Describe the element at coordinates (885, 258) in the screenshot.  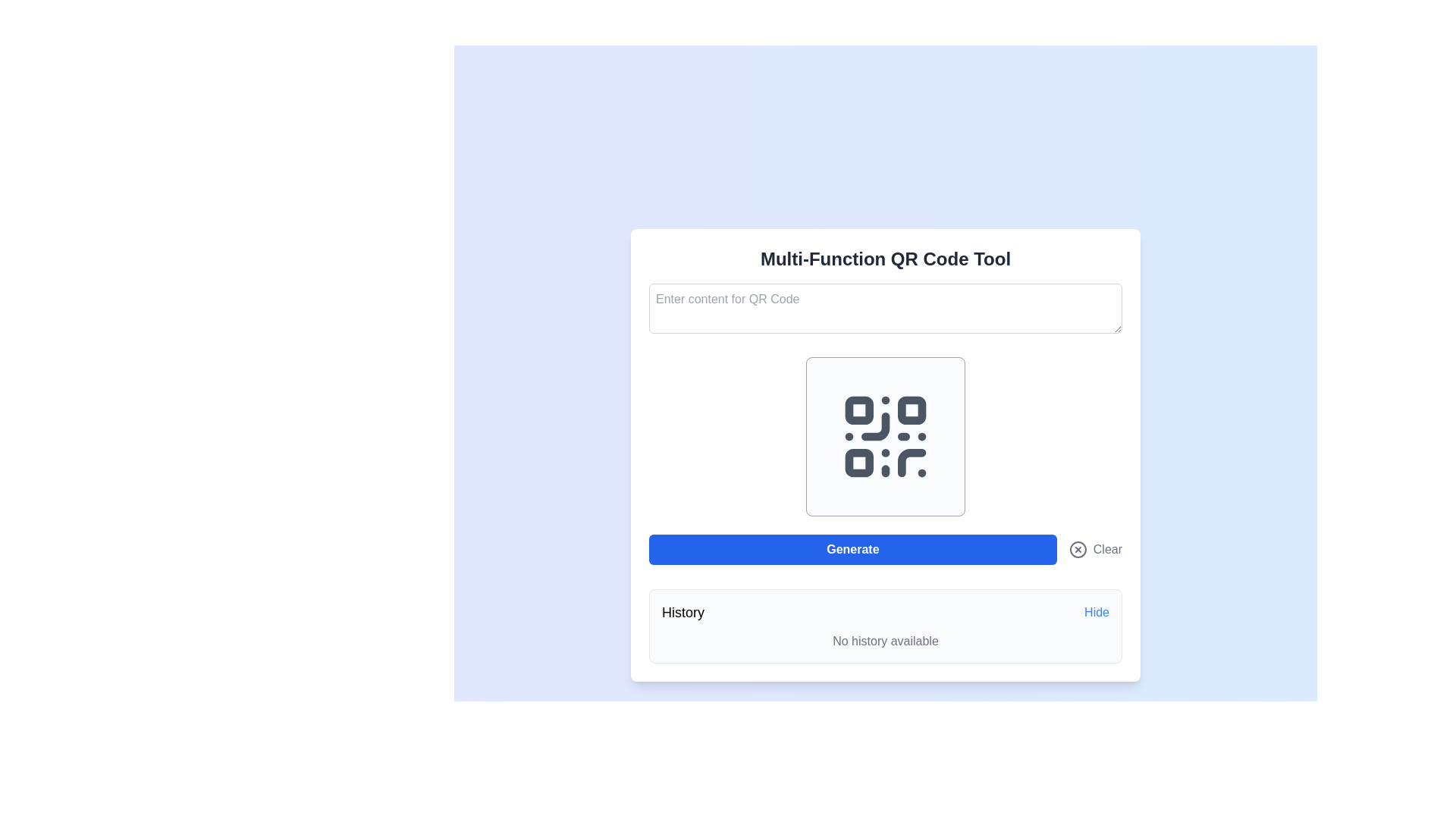
I see `text from the header label positioned at the top of the interface, which indicates the application's purpose` at that location.